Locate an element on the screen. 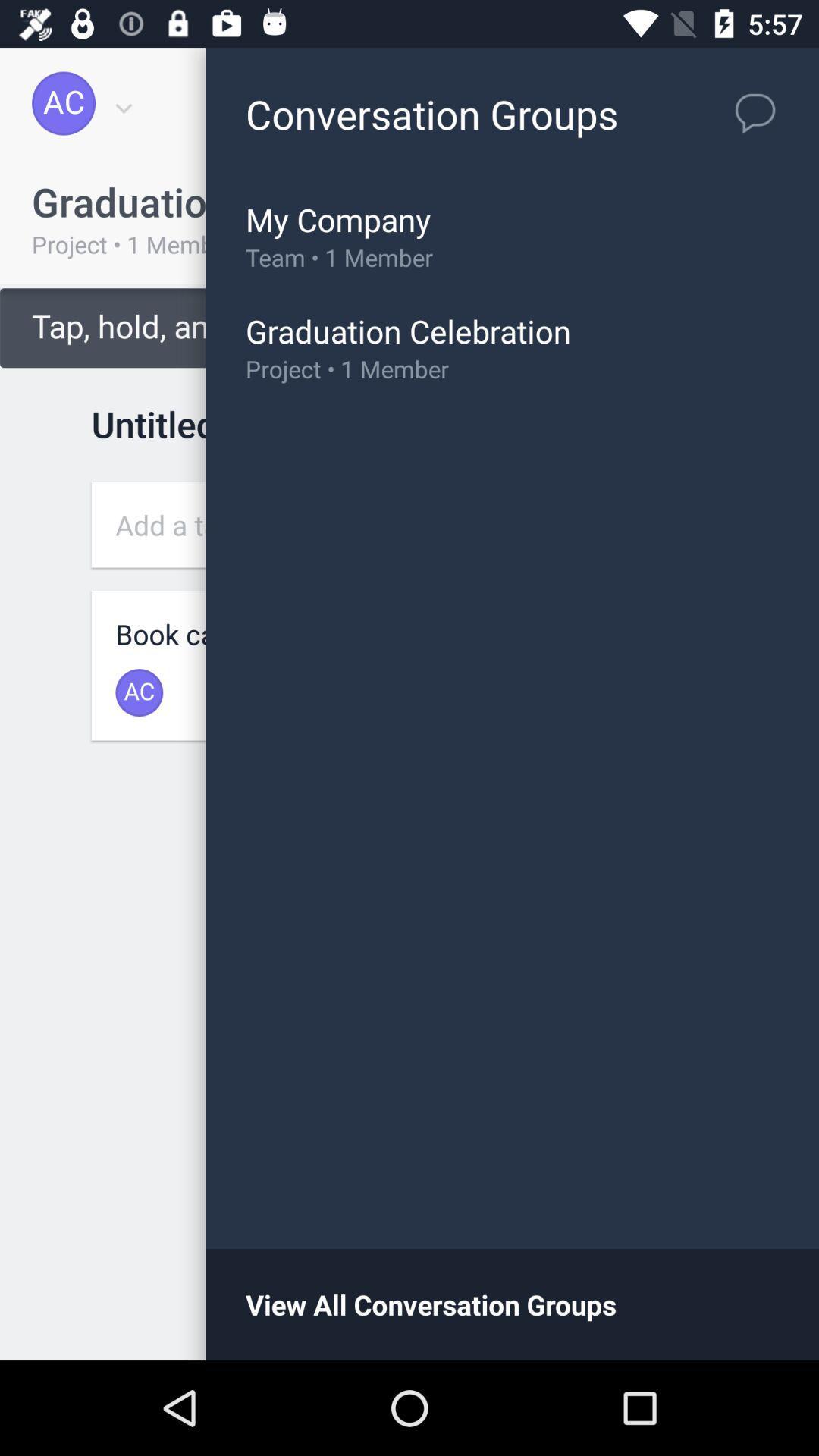  the minus icon is located at coordinates (726, 1264).